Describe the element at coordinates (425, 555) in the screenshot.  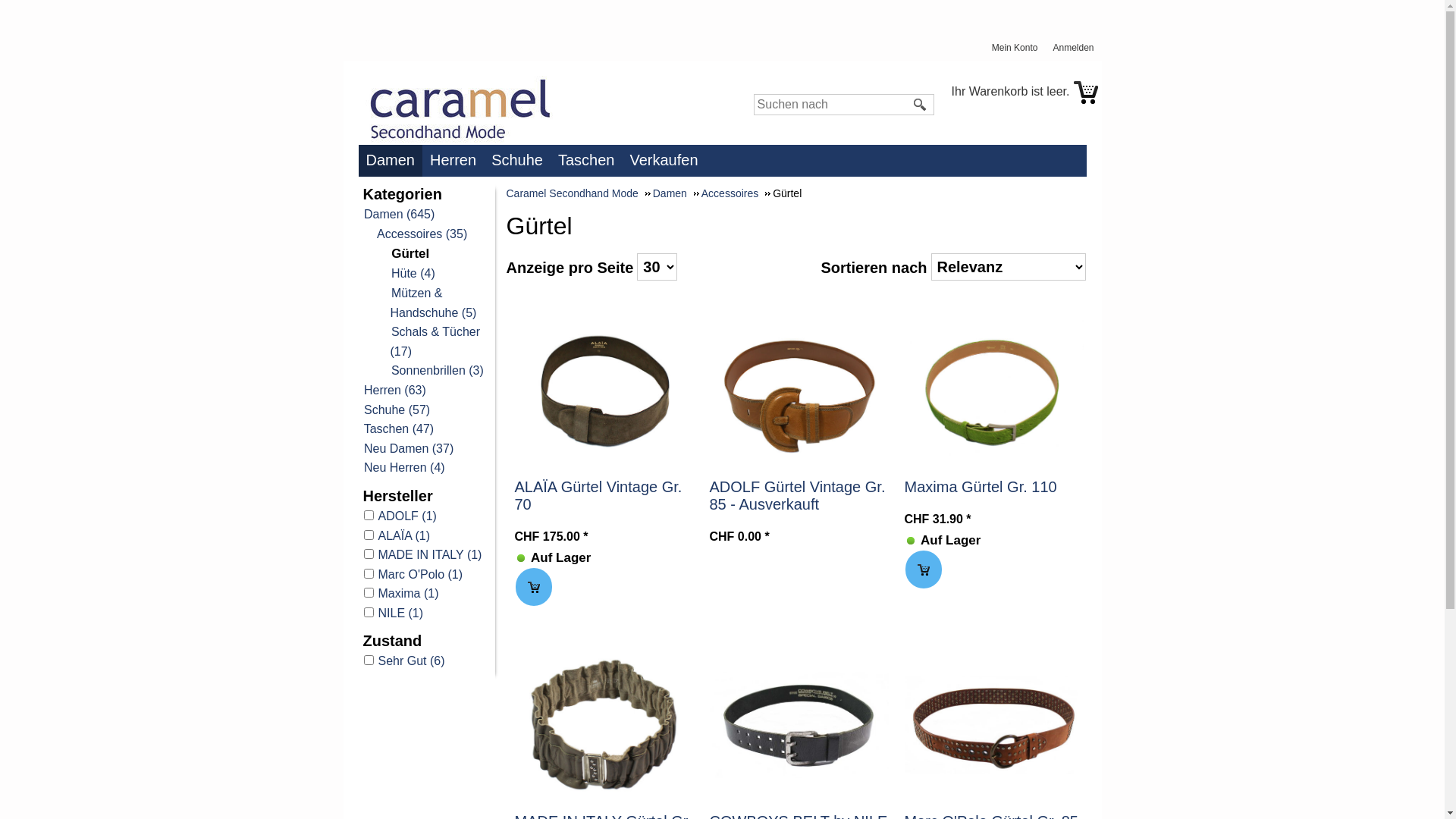
I see `'MADE IN ITALY (1)'` at that location.